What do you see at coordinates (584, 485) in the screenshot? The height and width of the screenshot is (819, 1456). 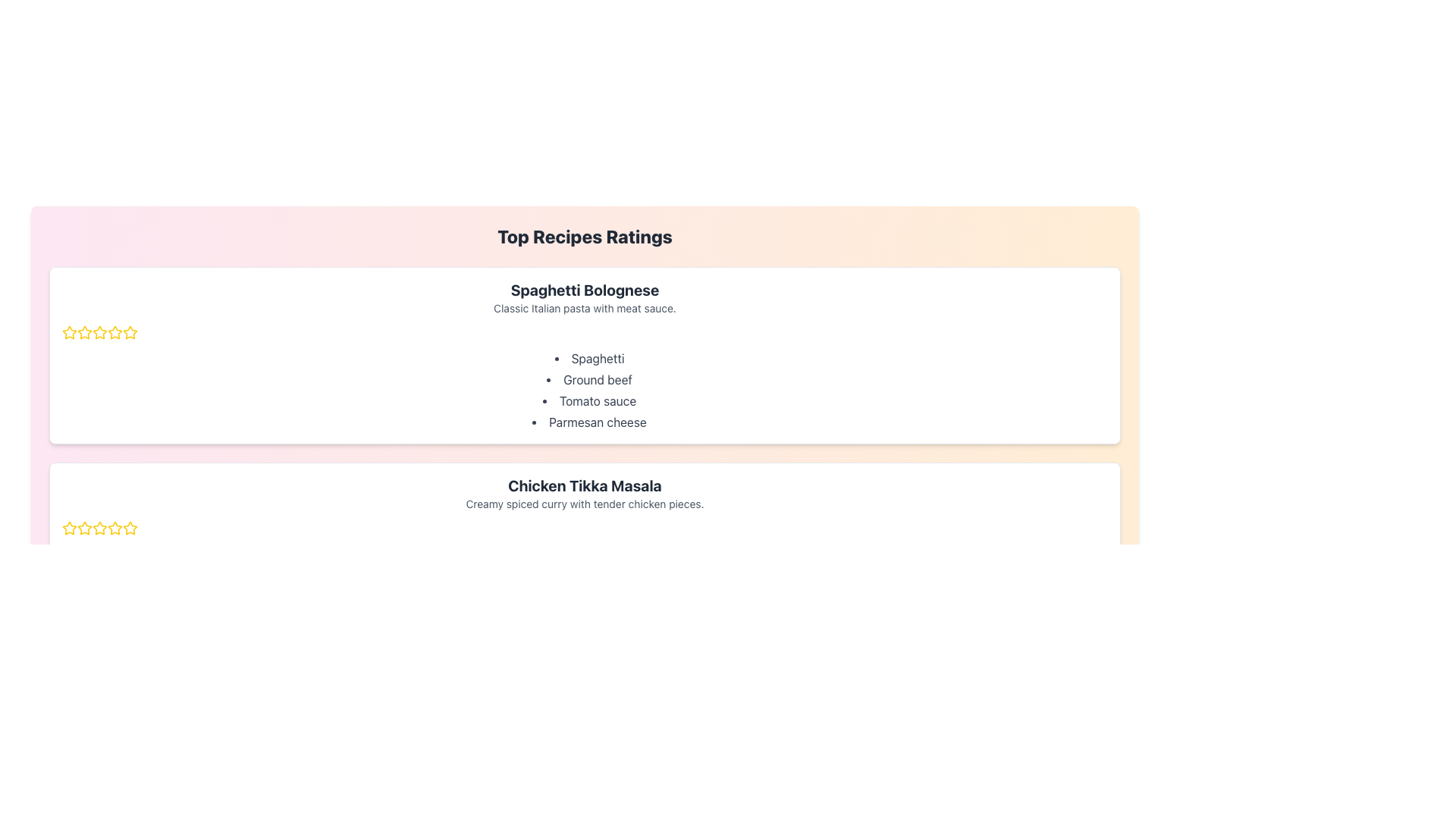 I see `bold text element stating 'Chicken Tikka Masala', which is positioned centrally below the title 'Top Recipes Ratings'` at bounding box center [584, 485].